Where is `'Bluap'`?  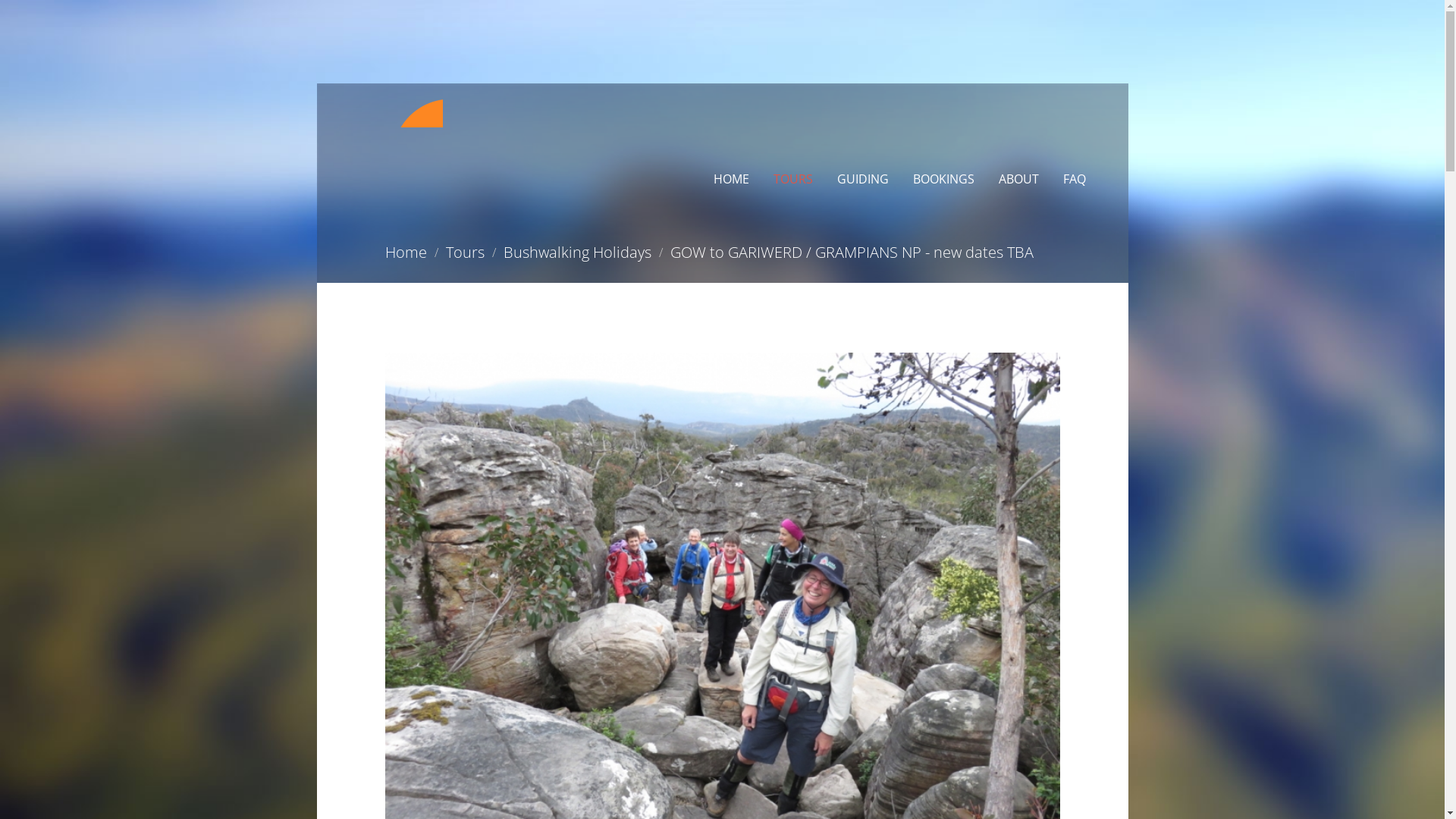
'Bluap' is located at coordinates (395, 112).